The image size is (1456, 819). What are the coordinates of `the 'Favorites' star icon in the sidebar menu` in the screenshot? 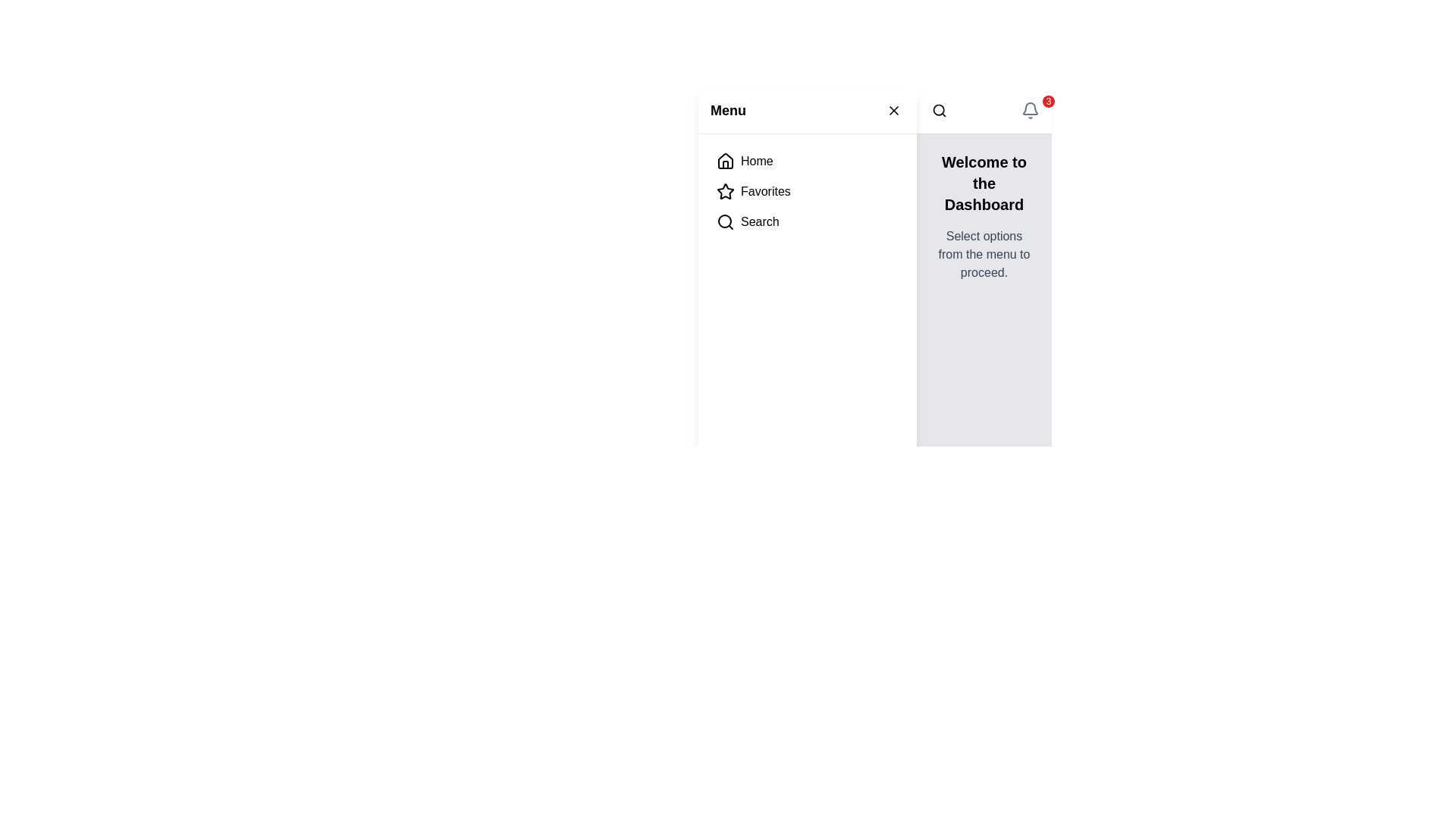 It's located at (724, 190).